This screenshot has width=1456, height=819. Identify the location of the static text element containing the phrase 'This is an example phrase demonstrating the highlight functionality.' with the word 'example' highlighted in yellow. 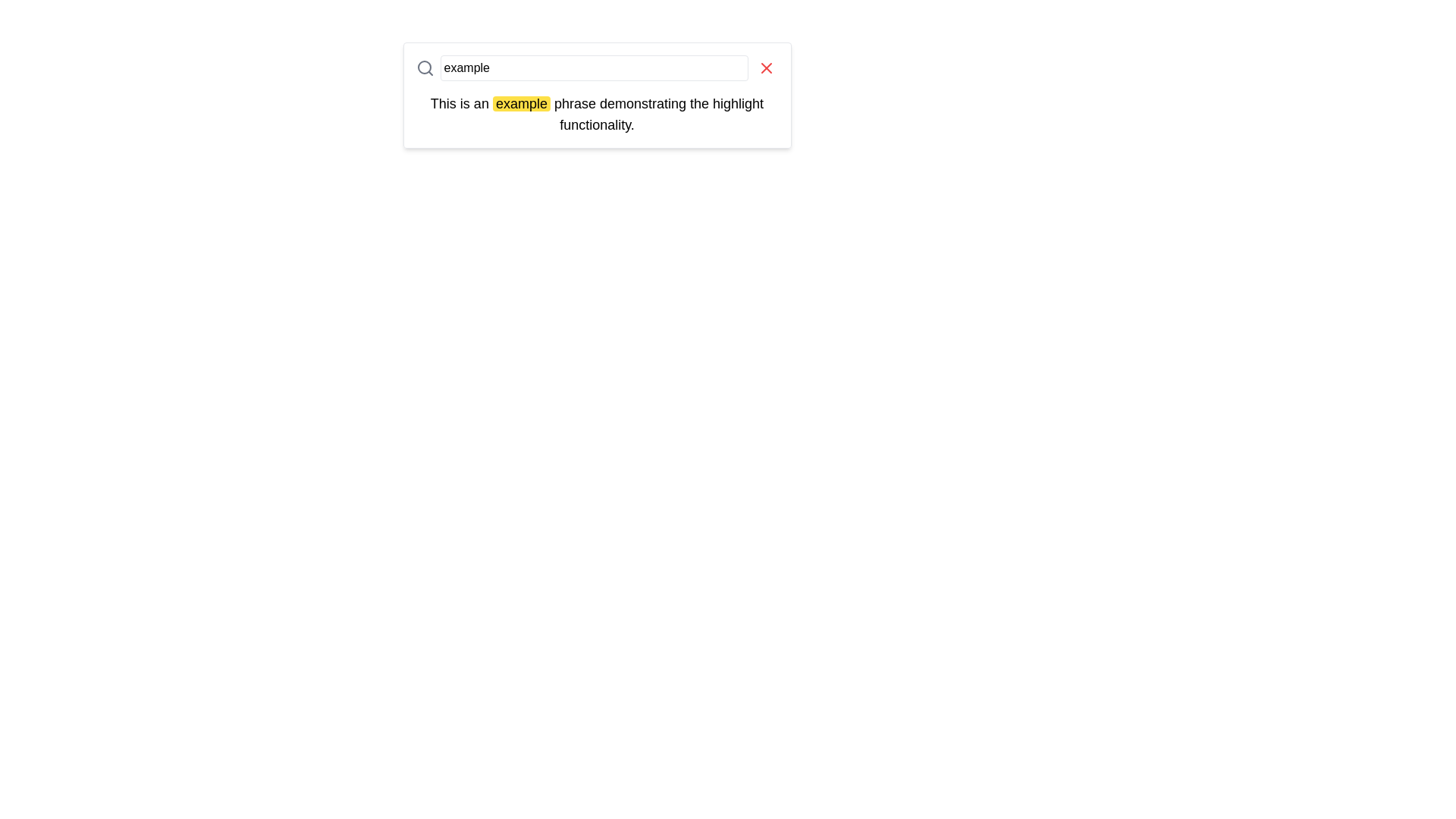
(596, 113).